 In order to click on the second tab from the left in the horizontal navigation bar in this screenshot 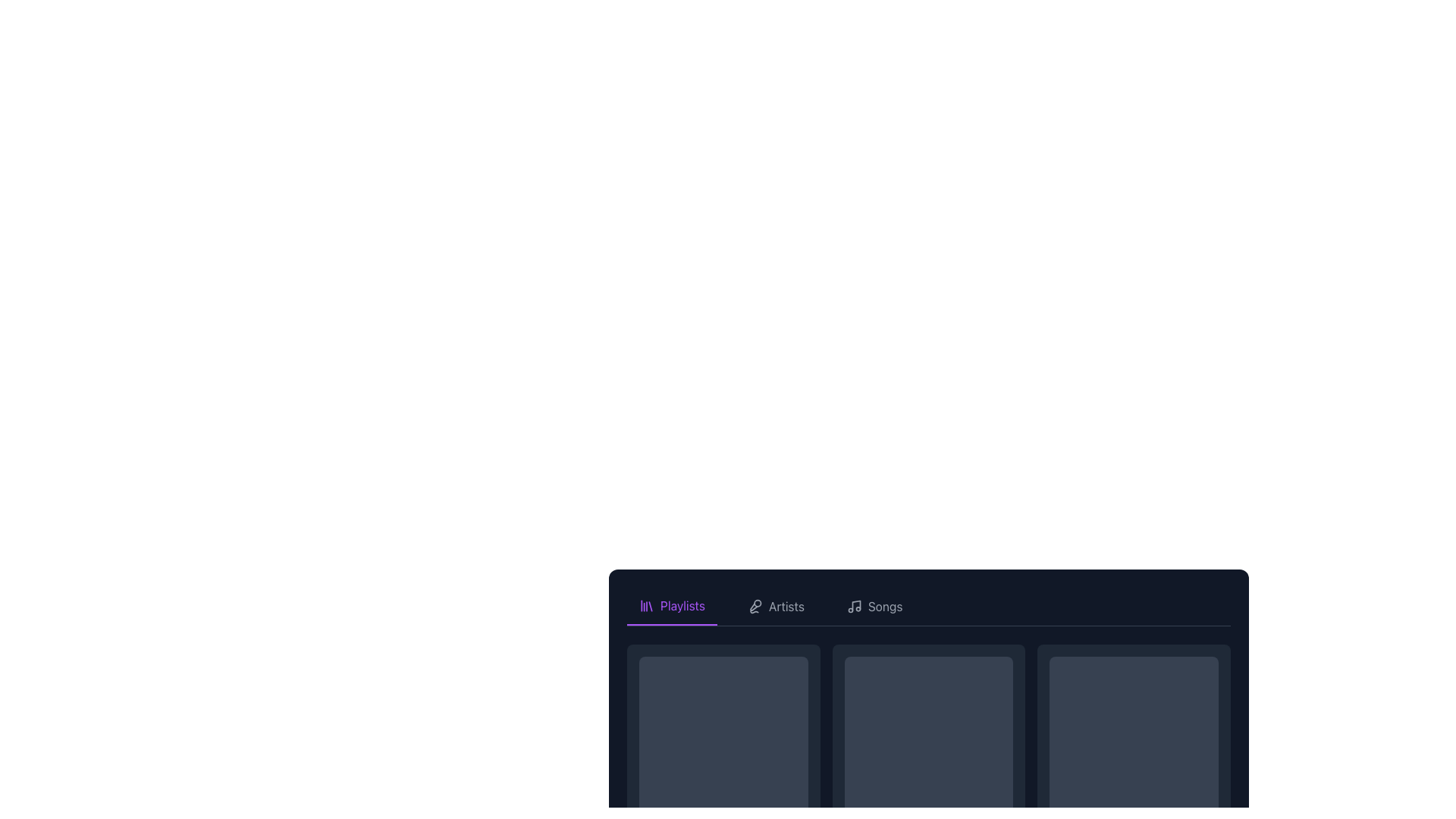, I will do `click(775, 605)`.